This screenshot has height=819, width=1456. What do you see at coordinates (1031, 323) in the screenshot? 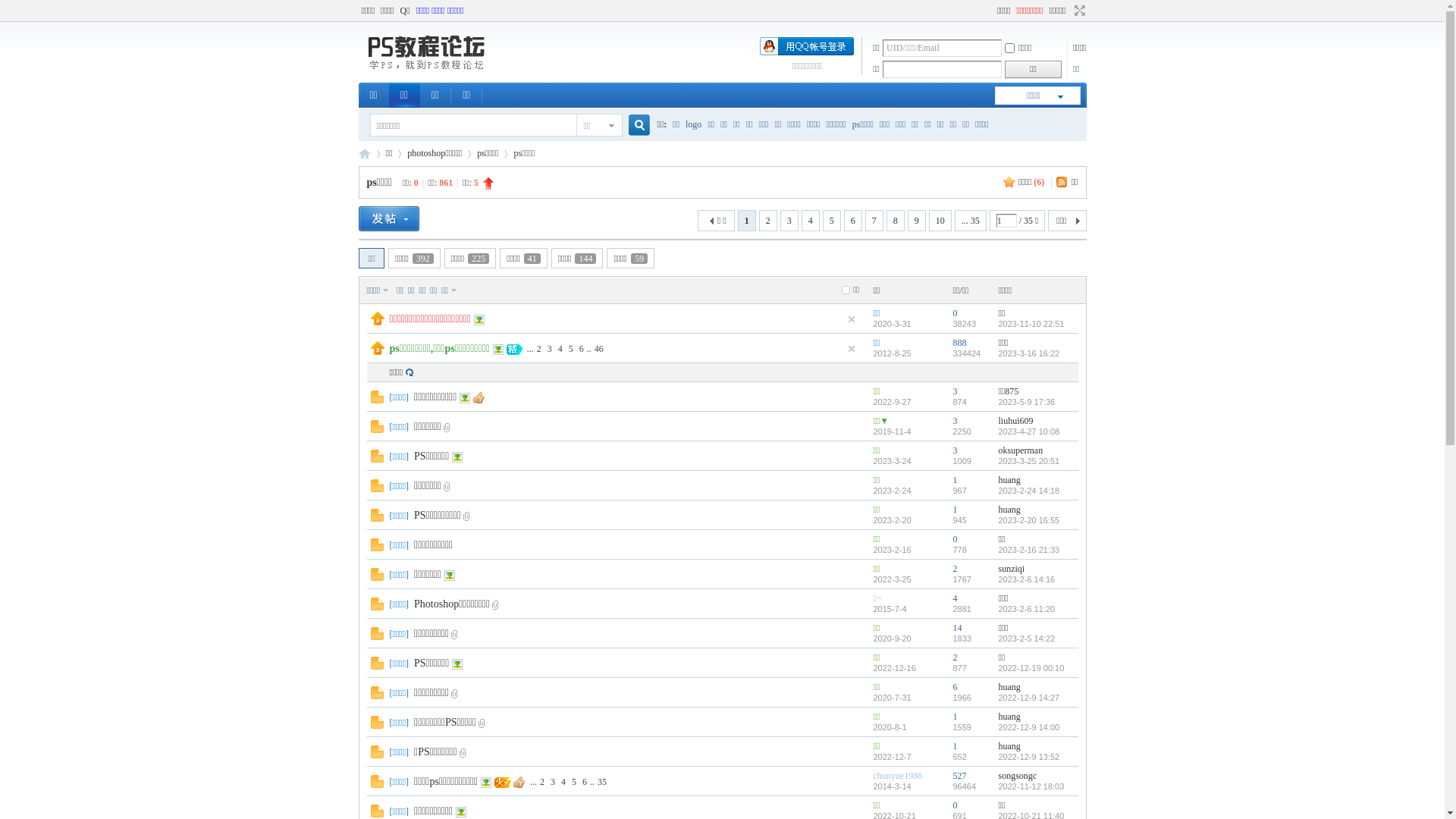
I see `'2023-11-10 22:51'` at bounding box center [1031, 323].